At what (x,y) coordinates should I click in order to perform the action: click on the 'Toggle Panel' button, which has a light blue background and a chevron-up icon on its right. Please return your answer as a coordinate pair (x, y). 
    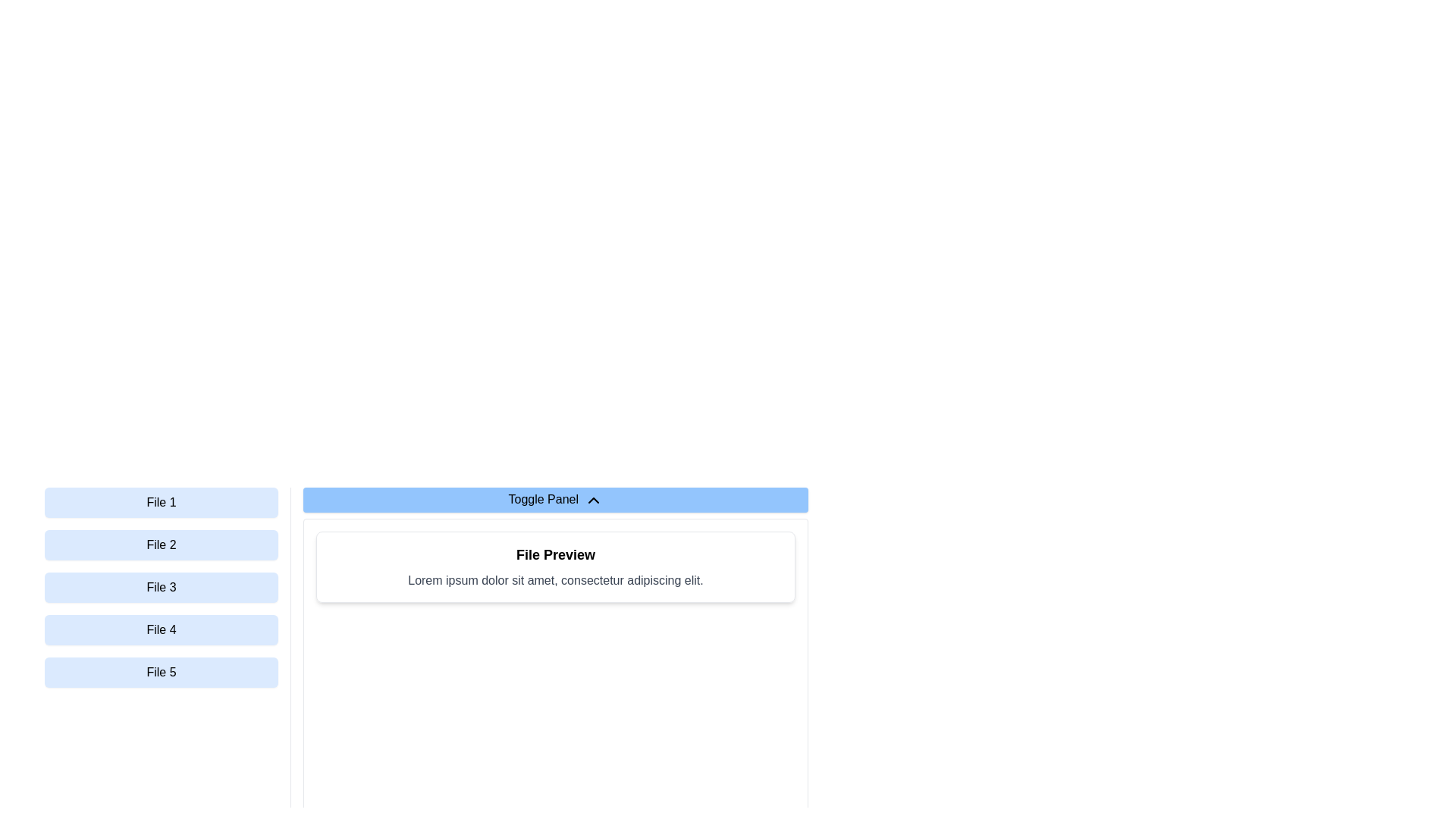
    Looking at the image, I should click on (555, 500).